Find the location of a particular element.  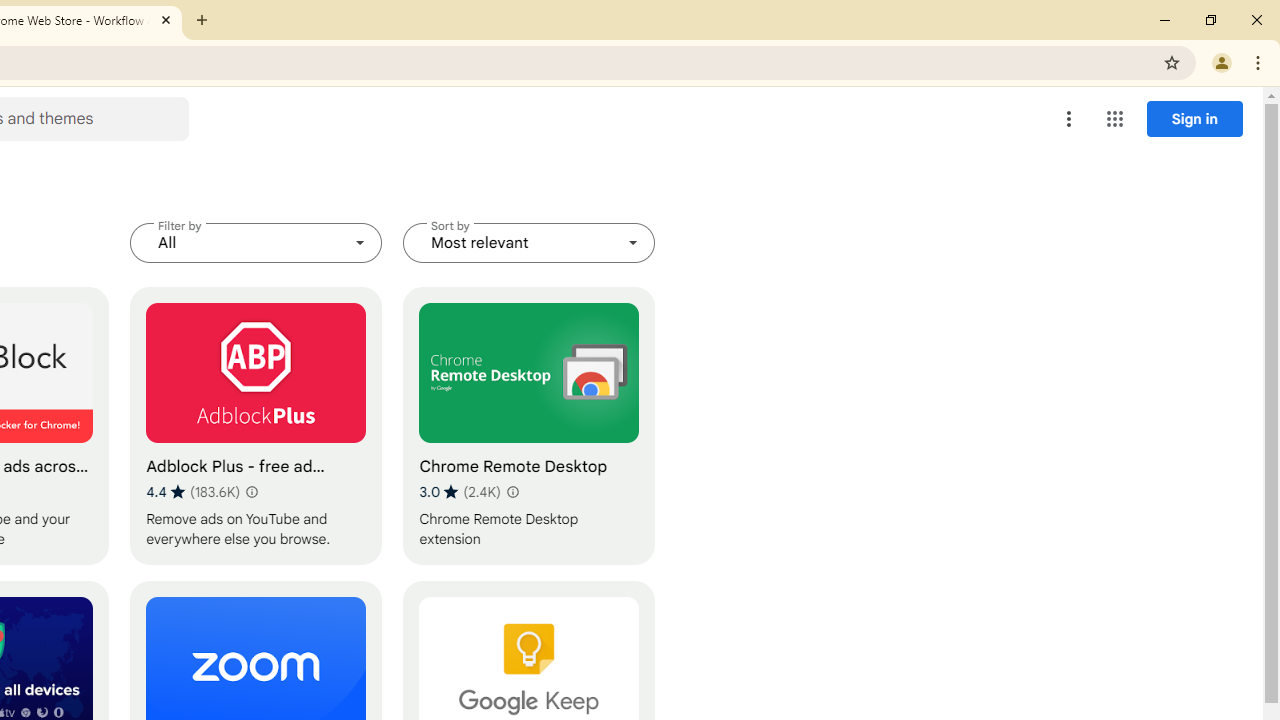

'Sort by Most relevant' is located at coordinates (529, 242).